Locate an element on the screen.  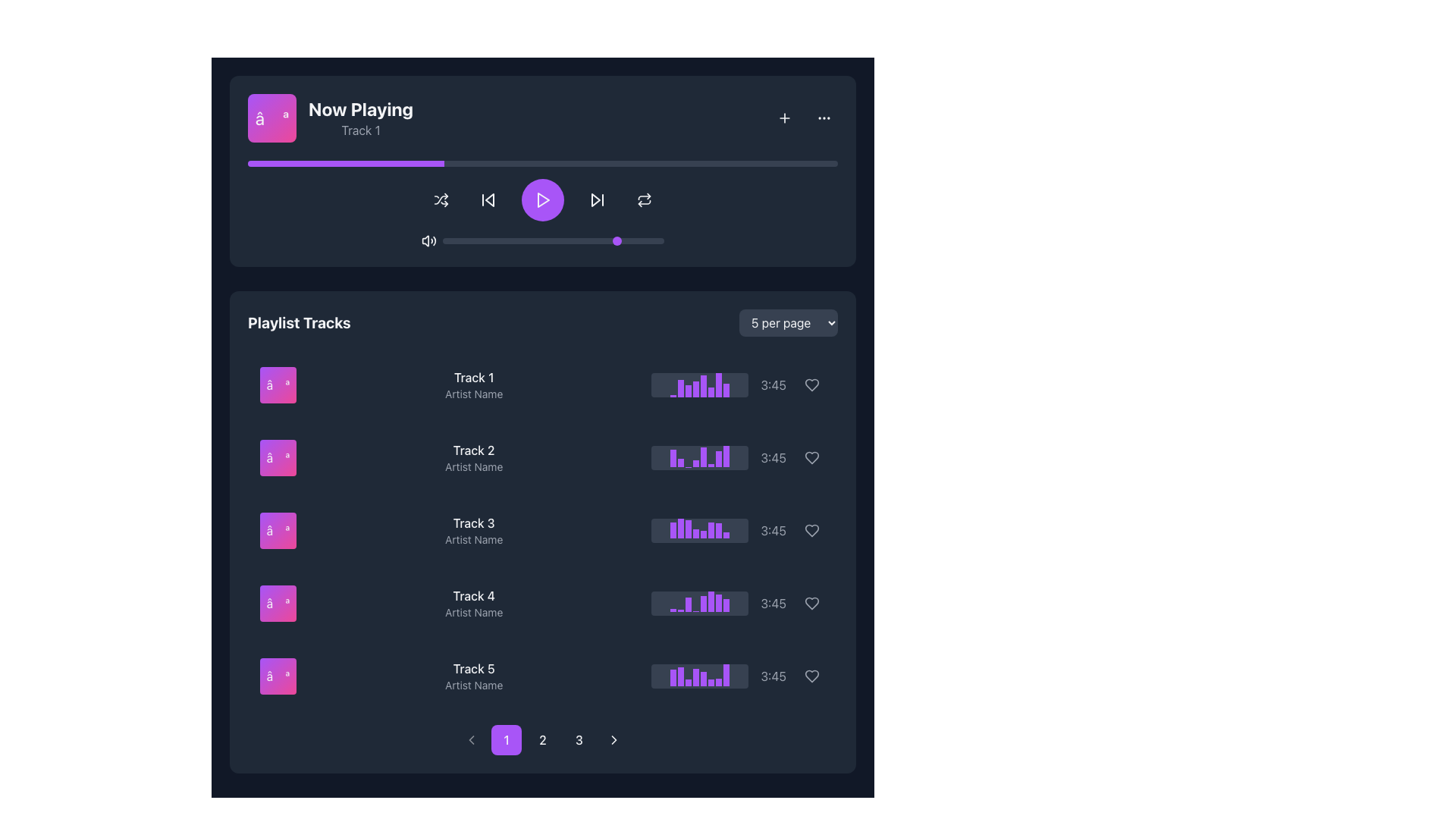
the heart-shaped icon with a gray outline located at the rightmost position of the fifth item in the playlist track list to mark the track as favorite is located at coordinates (811, 675).